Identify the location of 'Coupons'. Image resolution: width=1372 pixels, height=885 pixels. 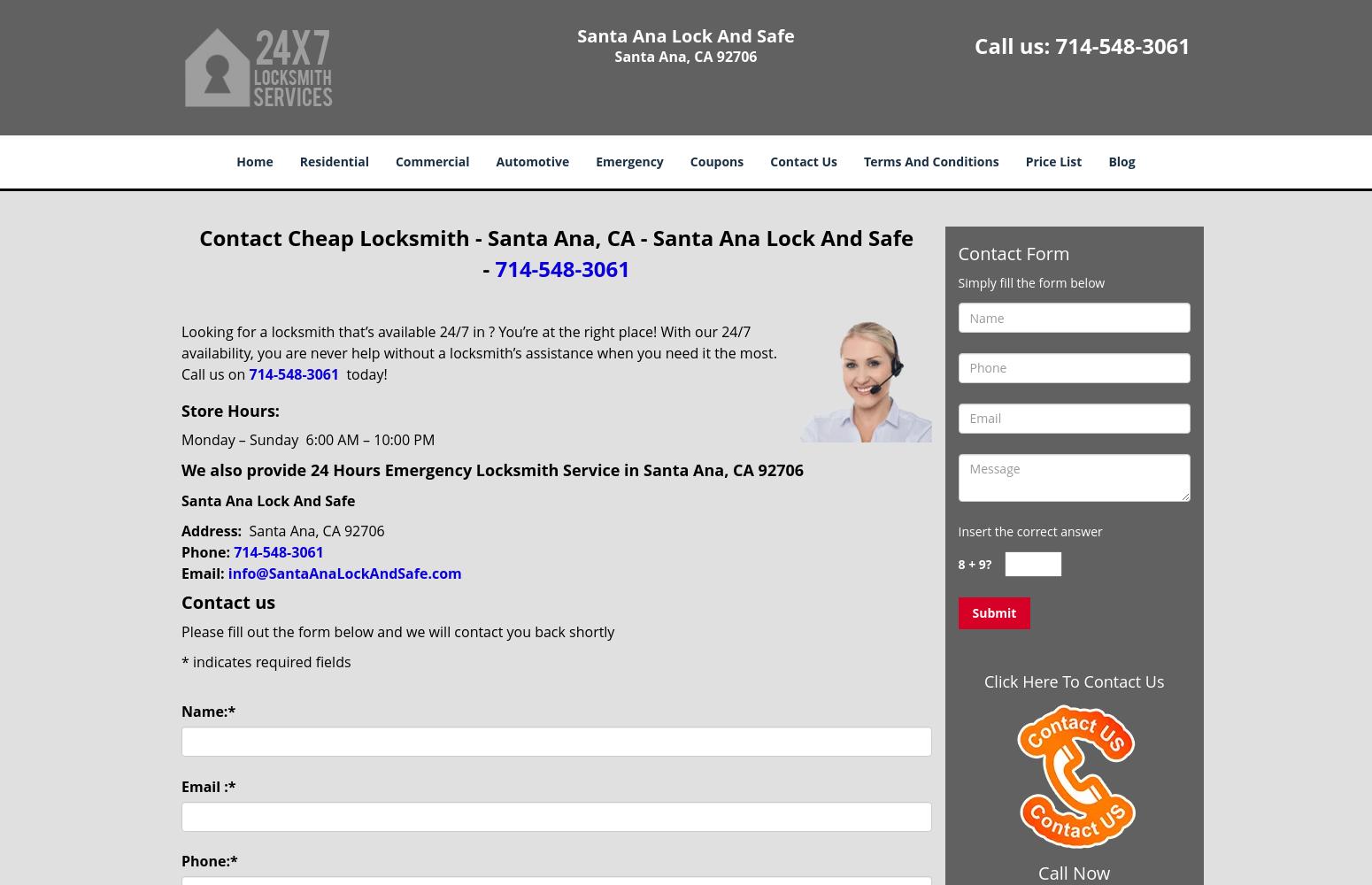
(715, 161).